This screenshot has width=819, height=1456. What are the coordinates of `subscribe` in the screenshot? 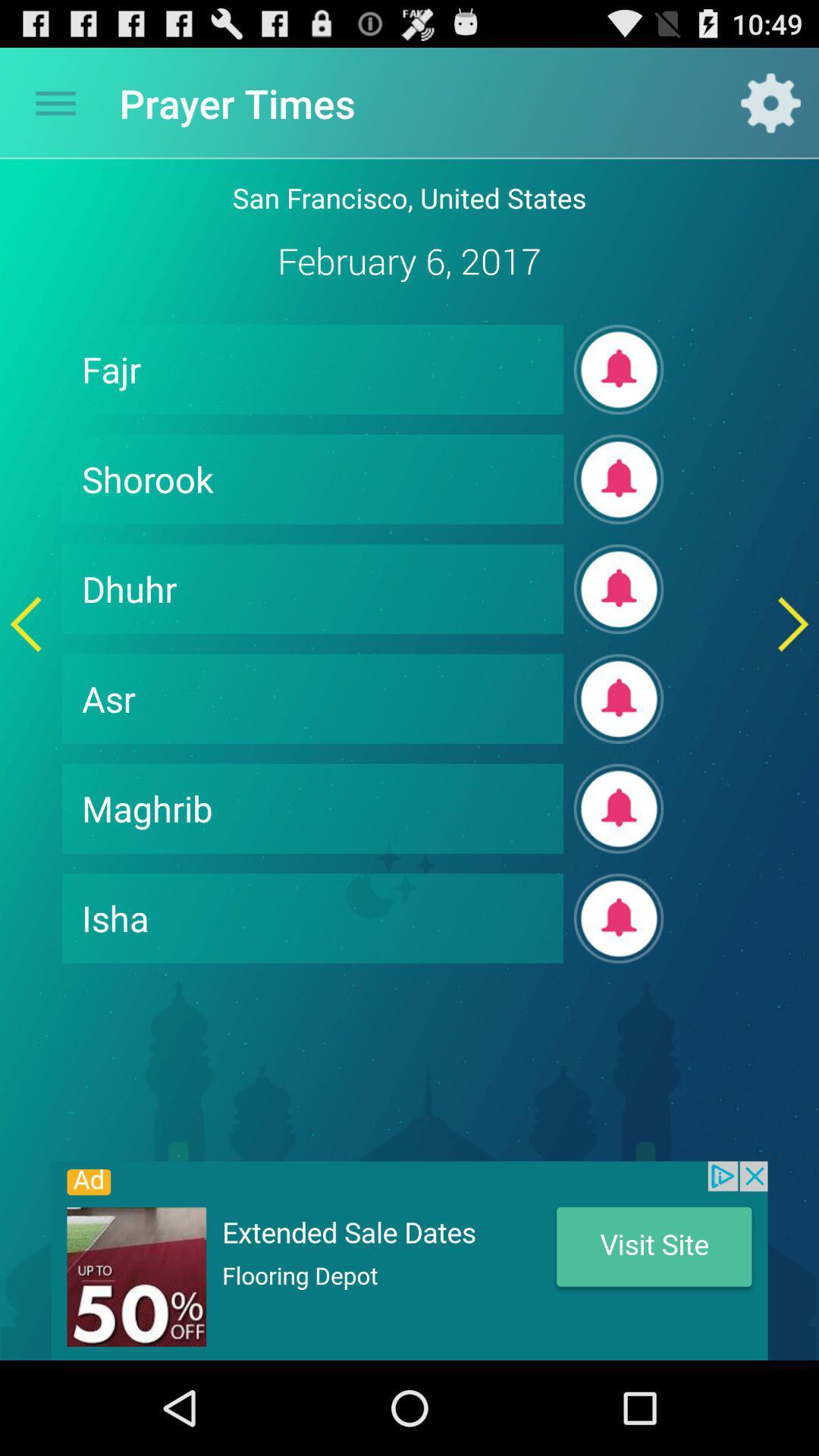 It's located at (619, 369).